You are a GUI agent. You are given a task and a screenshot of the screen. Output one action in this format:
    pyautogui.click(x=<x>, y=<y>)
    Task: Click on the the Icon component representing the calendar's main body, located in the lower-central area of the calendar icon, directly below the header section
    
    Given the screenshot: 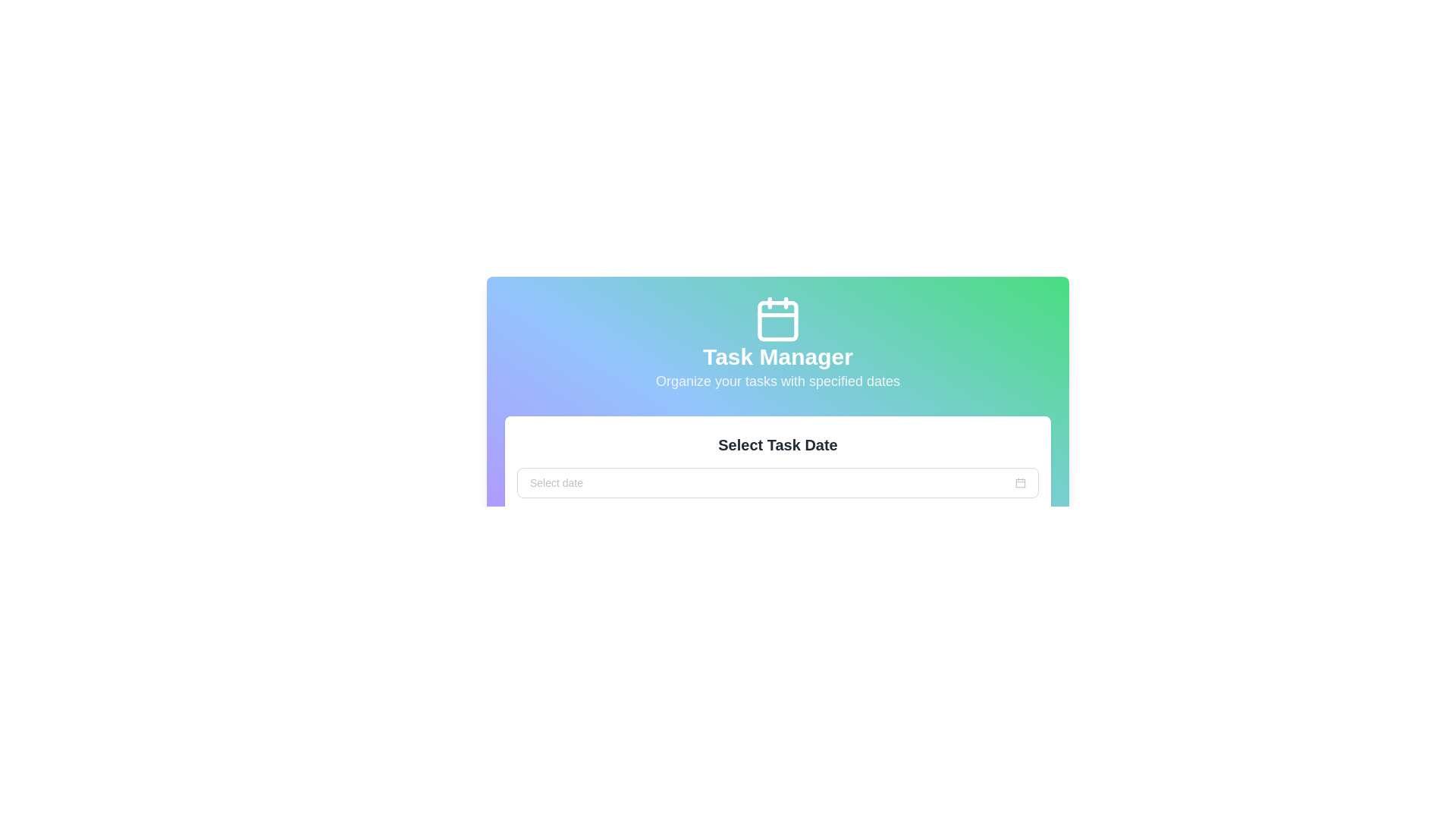 What is the action you would take?
    pyautogui.click(x=778, y=320)
    